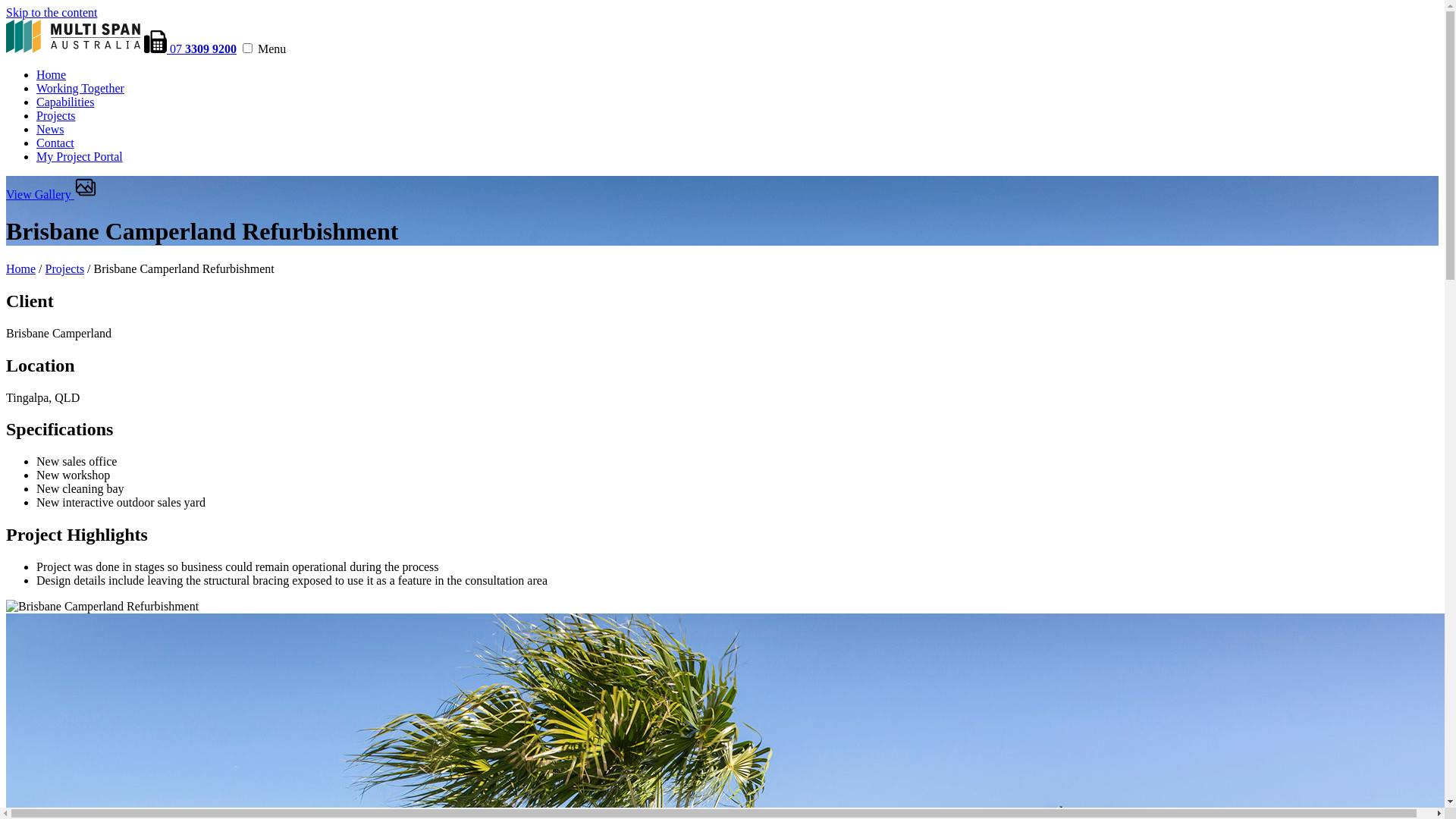 The height and width of the screenshot is (819, 1456). What do you see at coordinates (64, 268) in the screenshot?
I see `'Projects'` at bounding box center [64, 268].